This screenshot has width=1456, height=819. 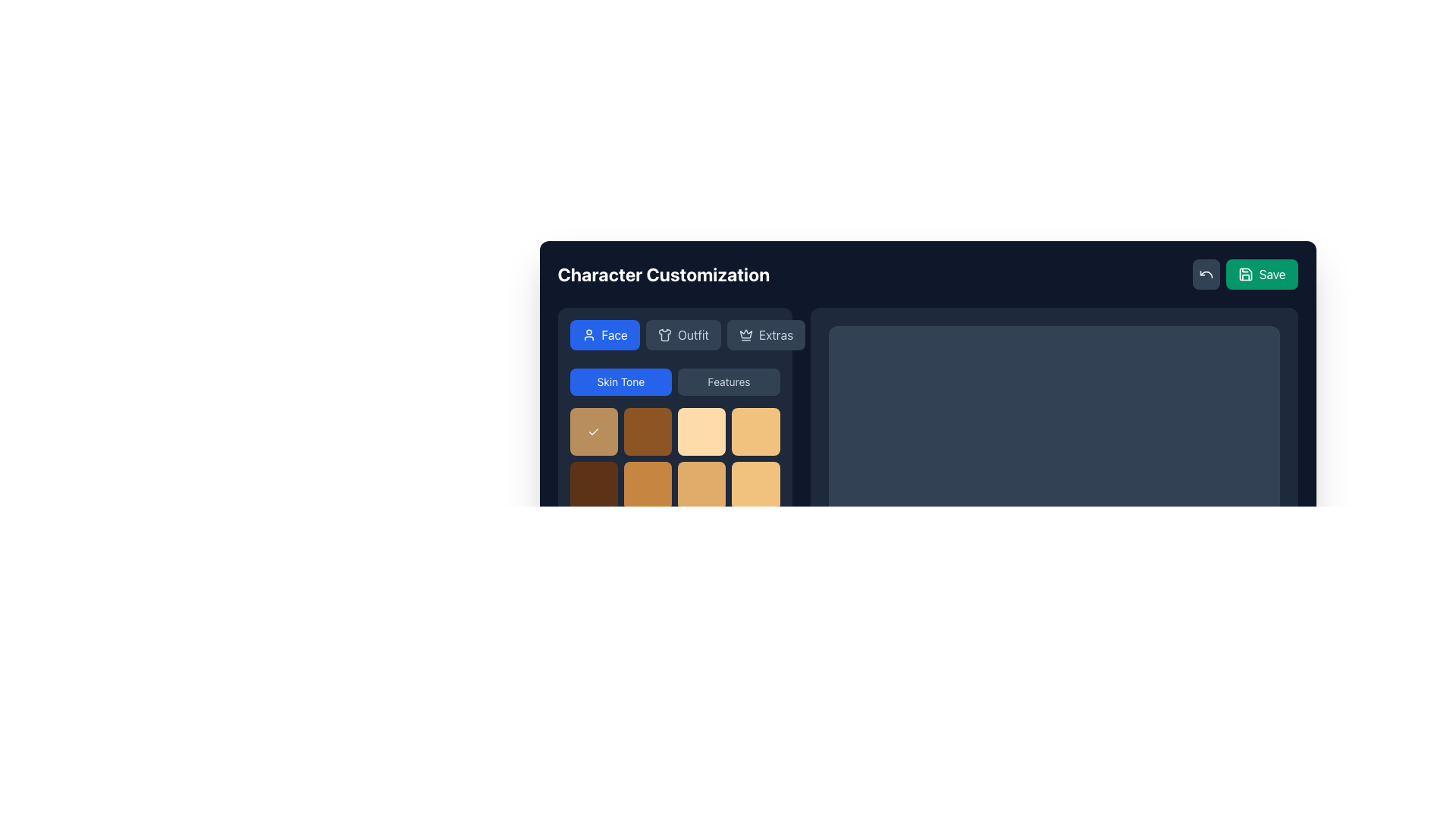 I want to click on the selectable grid item located in the 1st row and 3rd column of the grid layout, so click(x=648, y=431).